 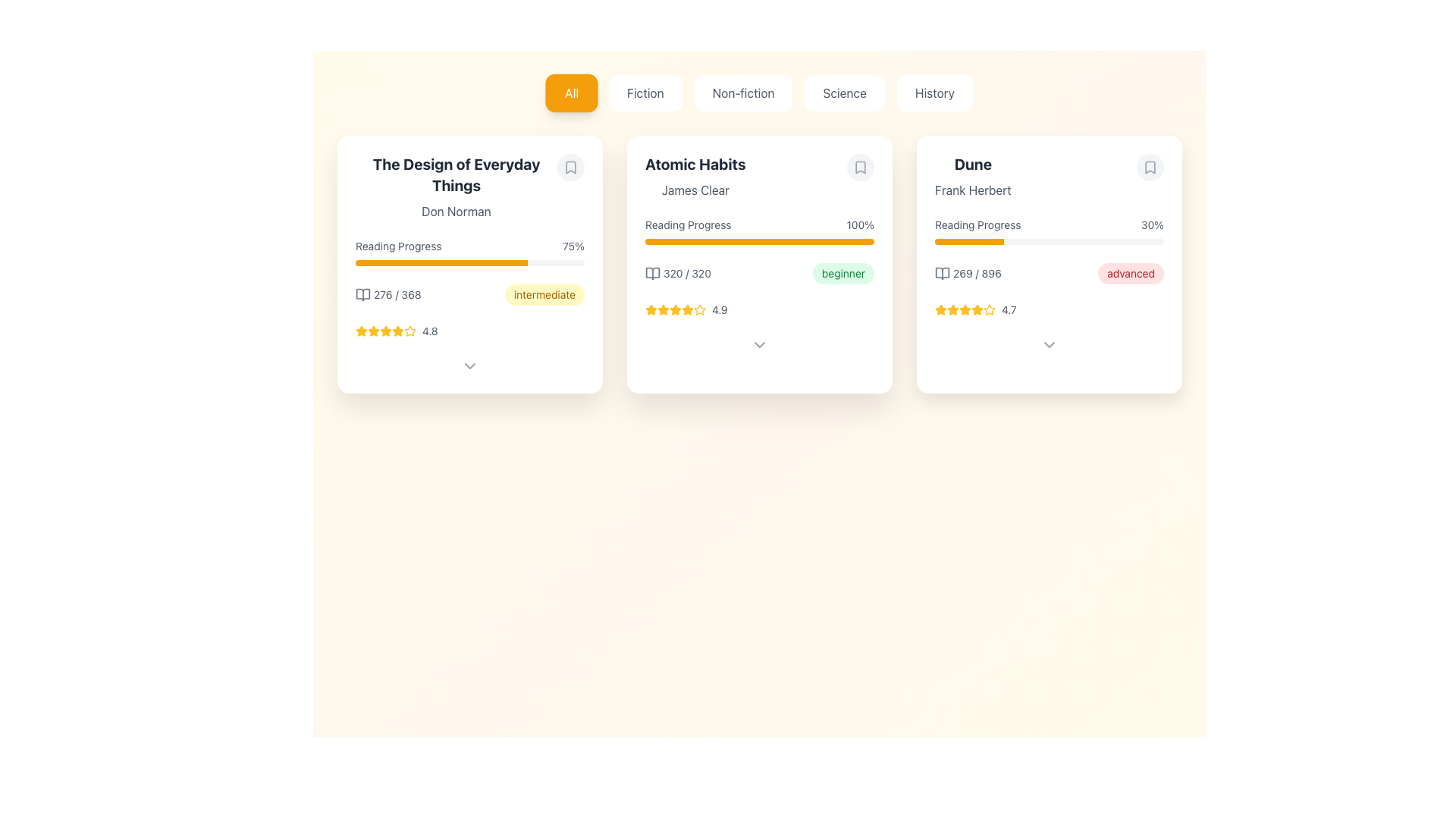 What do you see at coordinates (455, 186) in the screenshot?
I see `the title and author information display for the book 'The Design of Everyday Things', which is located in the top-left corner of the card layout` at bounding box center [455, 186].